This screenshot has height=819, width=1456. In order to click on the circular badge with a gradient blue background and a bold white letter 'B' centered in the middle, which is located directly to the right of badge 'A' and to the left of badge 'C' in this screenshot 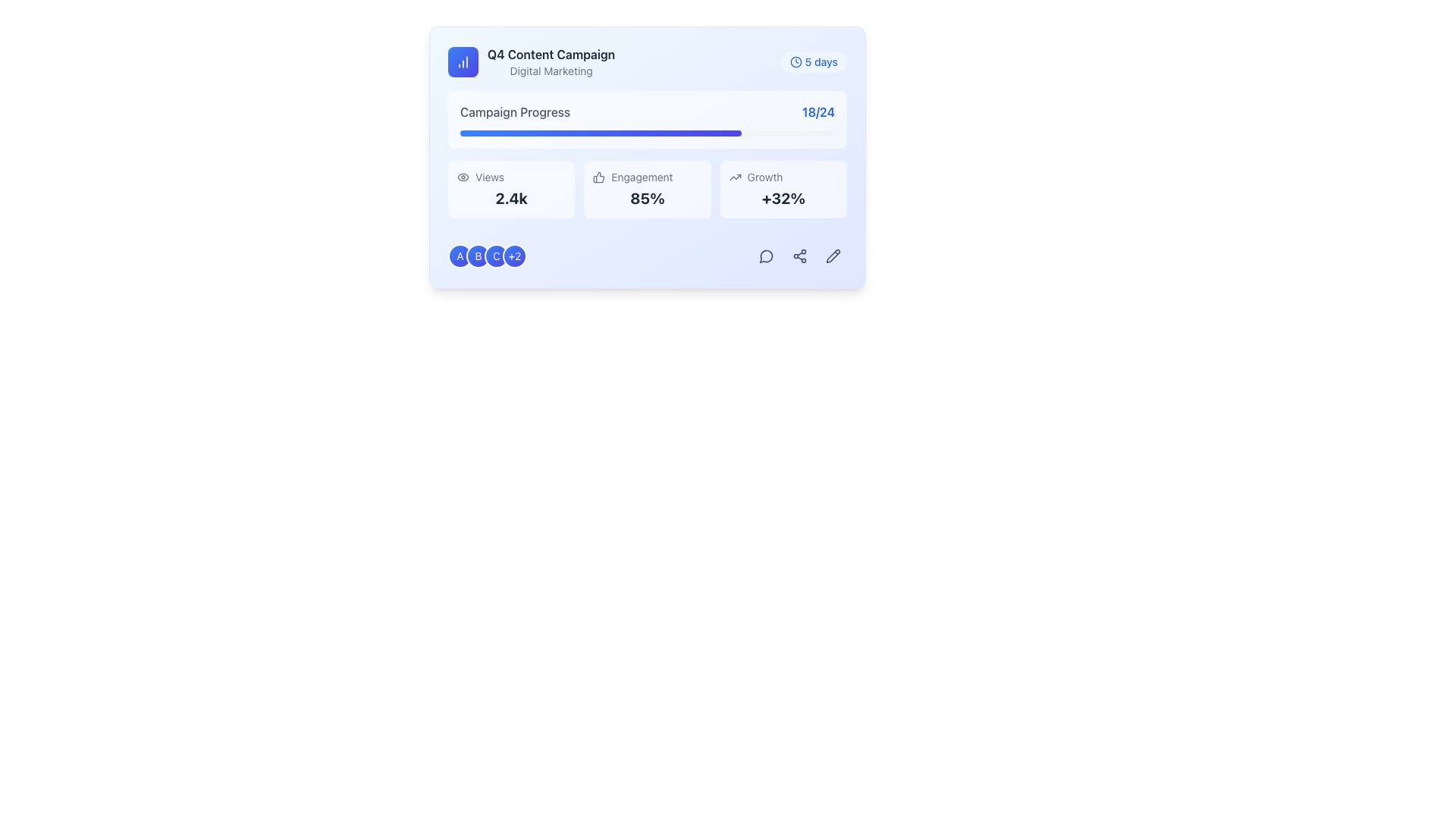, I will do `click(477, 256)`.